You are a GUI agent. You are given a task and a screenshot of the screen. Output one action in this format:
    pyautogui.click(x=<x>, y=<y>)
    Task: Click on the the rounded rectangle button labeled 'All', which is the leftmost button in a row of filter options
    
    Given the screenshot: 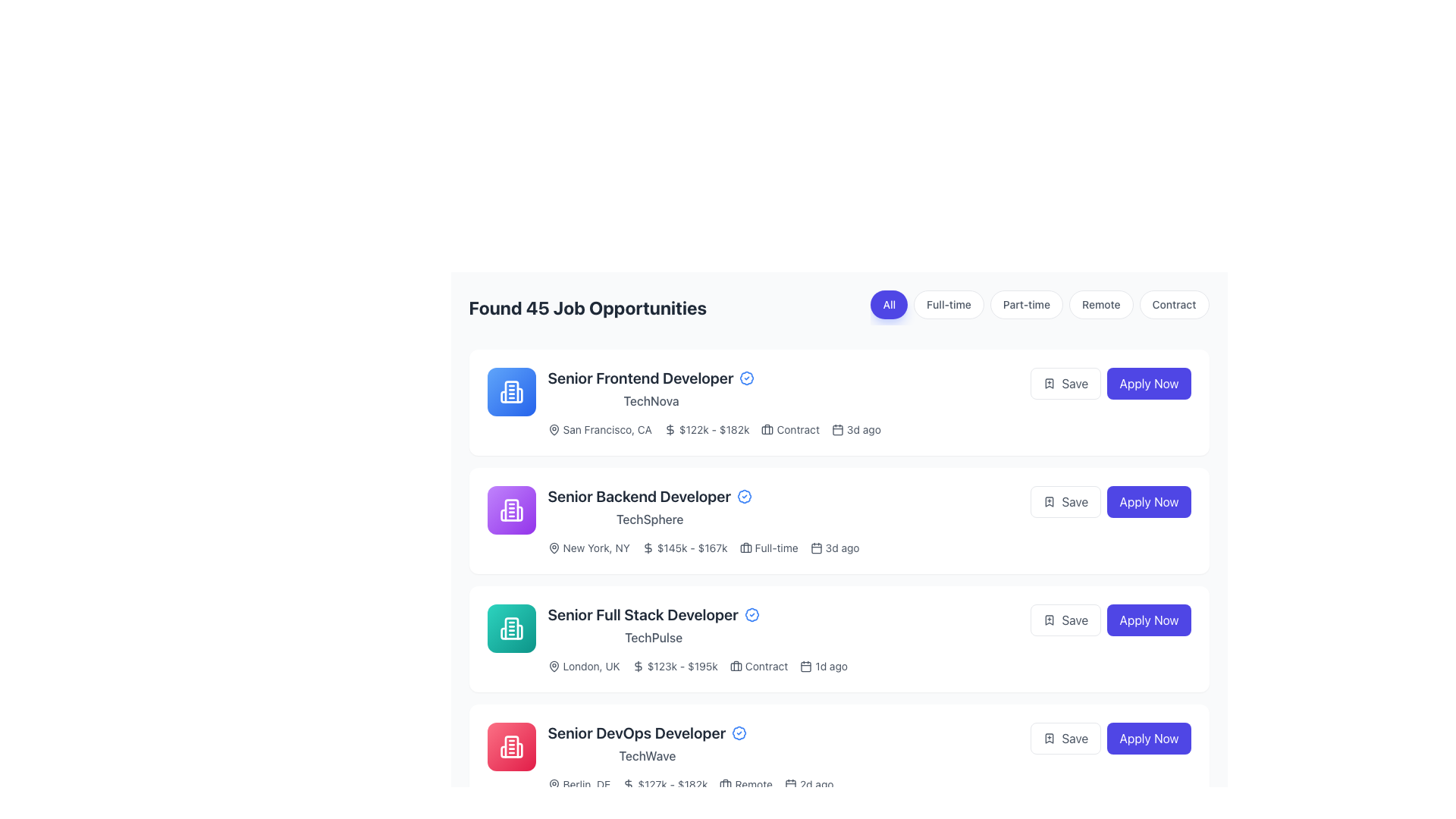 What is the action you would take?
    pyautogui.click(x=889, y=304)
    